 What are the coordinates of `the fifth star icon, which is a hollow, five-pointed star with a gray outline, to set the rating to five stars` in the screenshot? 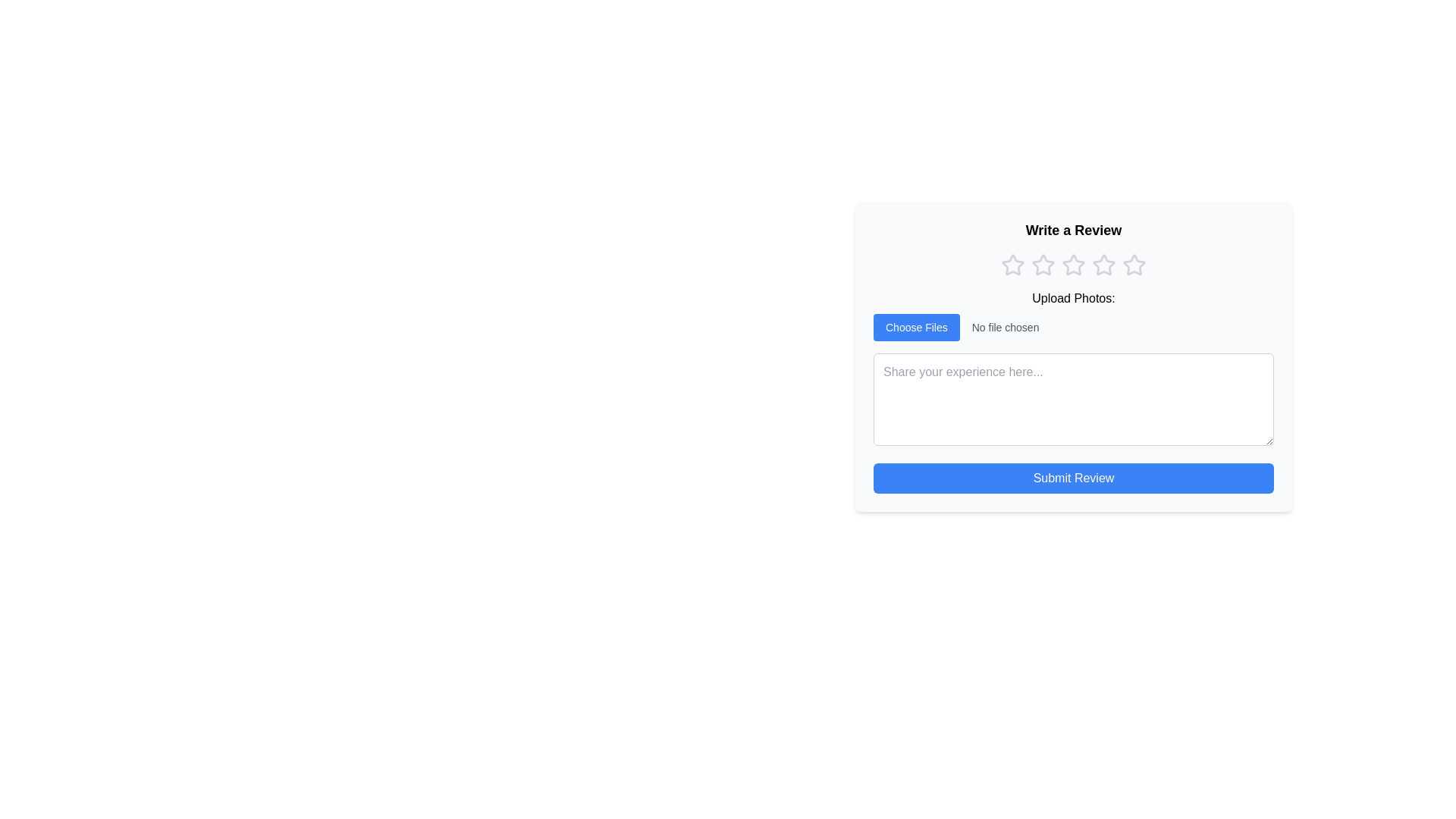 It's located at (1134, 264).